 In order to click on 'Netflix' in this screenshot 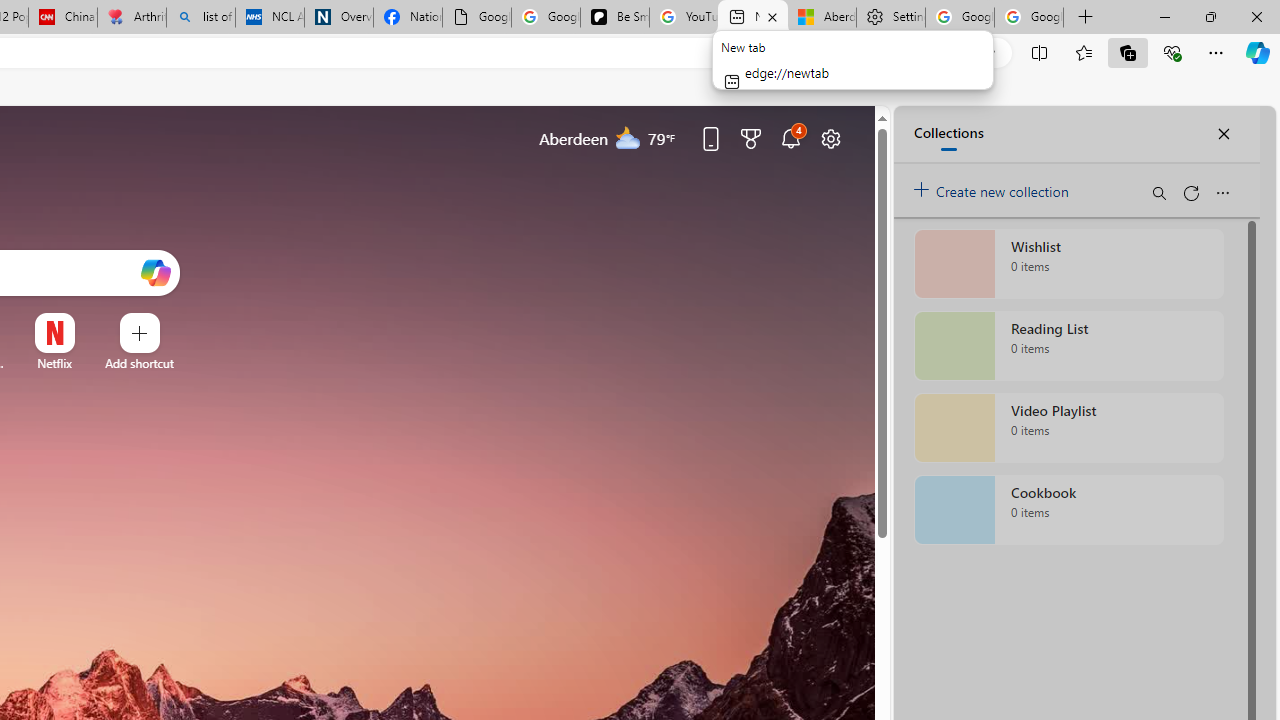, I will do `click(54, 363)`.